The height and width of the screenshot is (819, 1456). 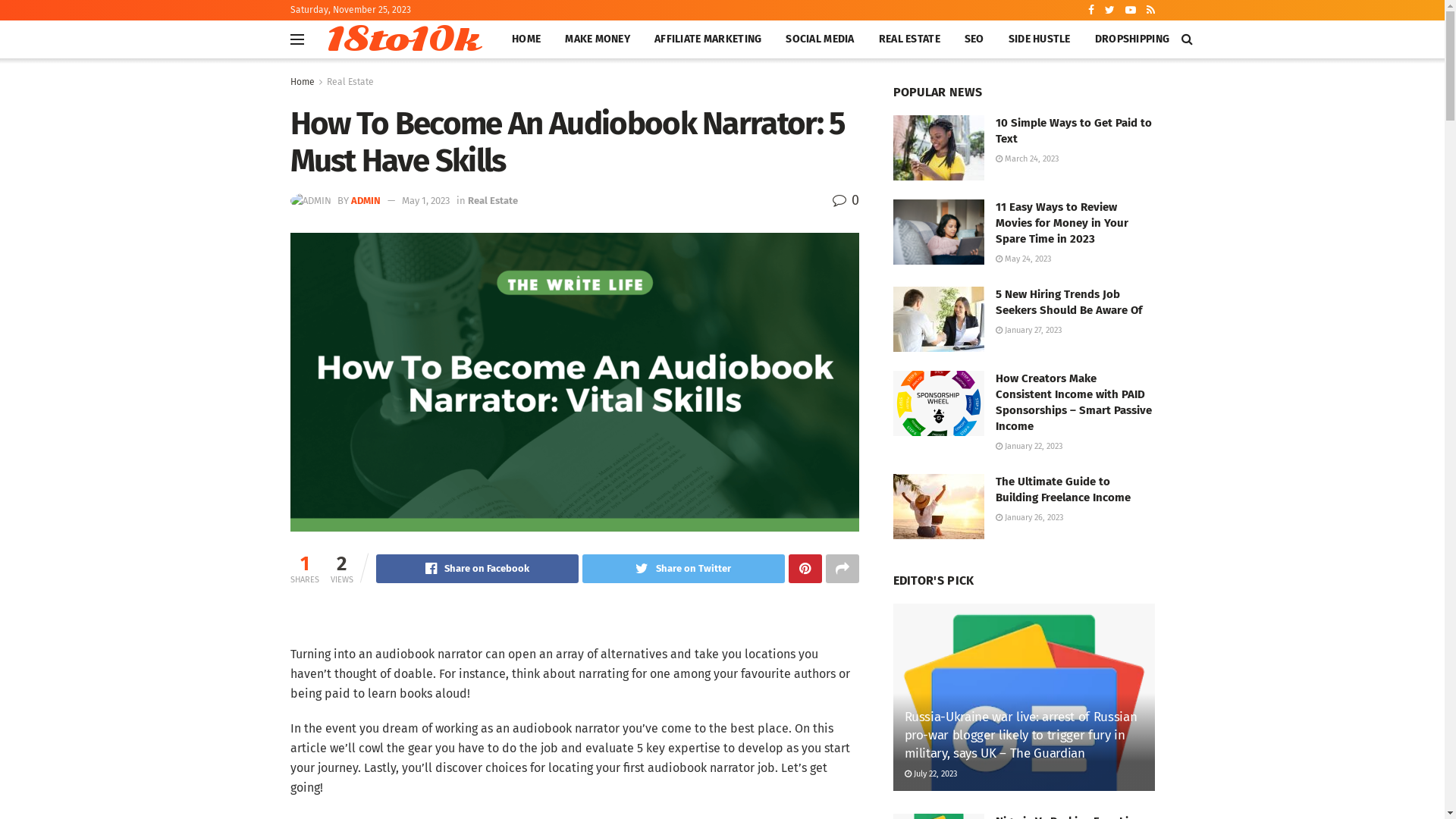 What do you see at coordinates (909, 38) in the screenshot?
I see `'REAL ESTATE'` at bounding box center [909, 38].